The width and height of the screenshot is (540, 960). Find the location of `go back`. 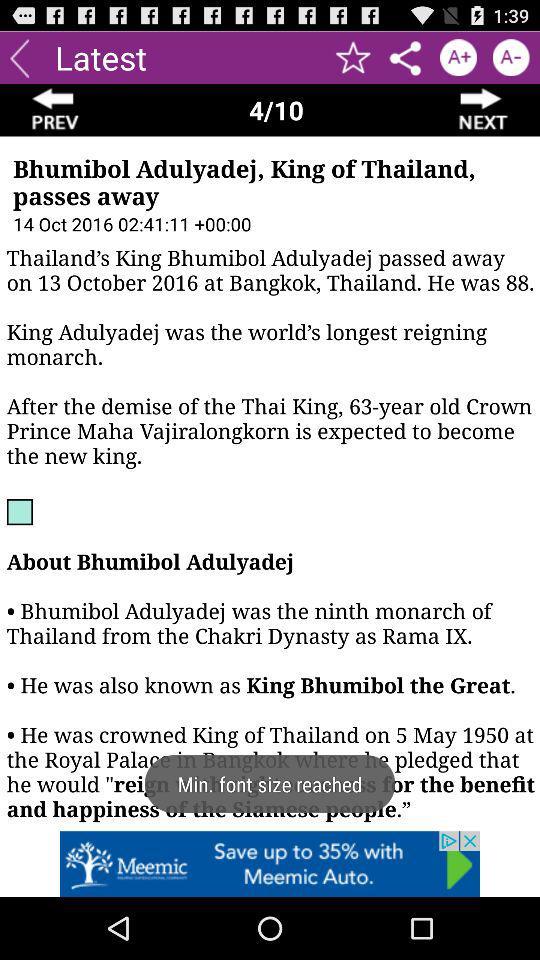

go back is located at coordinates (55, 110).